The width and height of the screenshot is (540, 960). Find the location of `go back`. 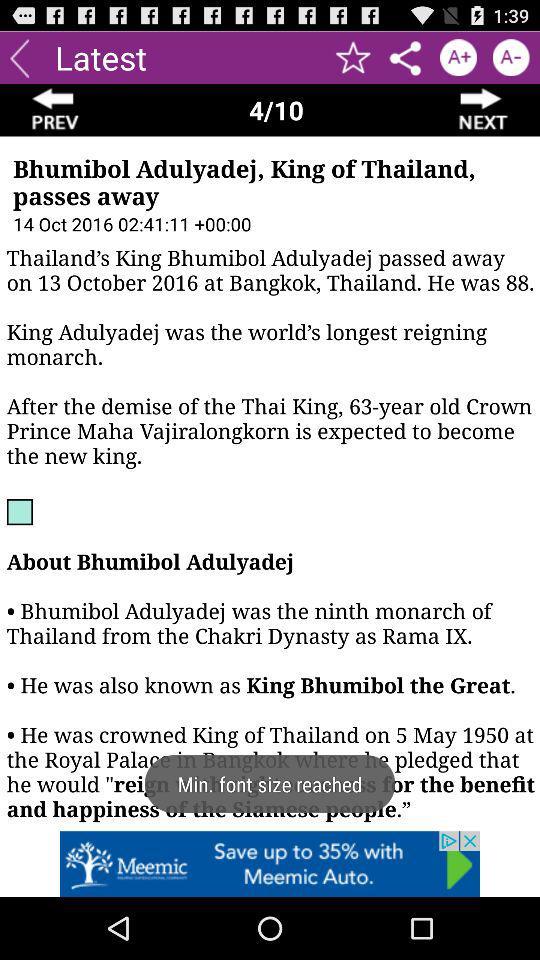

go back is located at coordinates (55, 110).